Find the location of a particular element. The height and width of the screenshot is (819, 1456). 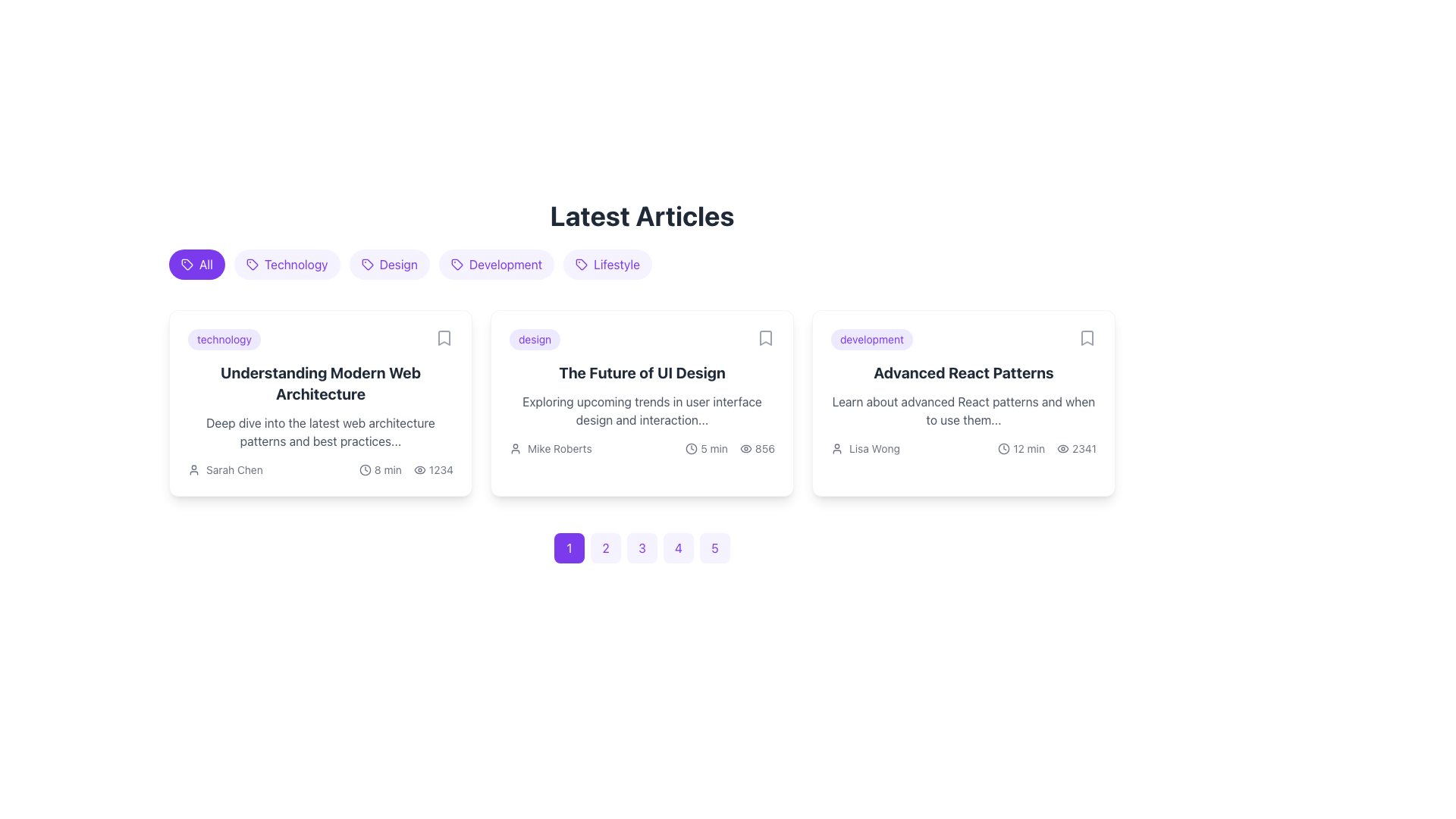

the text label 'All' styled in capital letters, which is located to the right of an icon and presented in white on a purple background is located at coordinates (206, 263).